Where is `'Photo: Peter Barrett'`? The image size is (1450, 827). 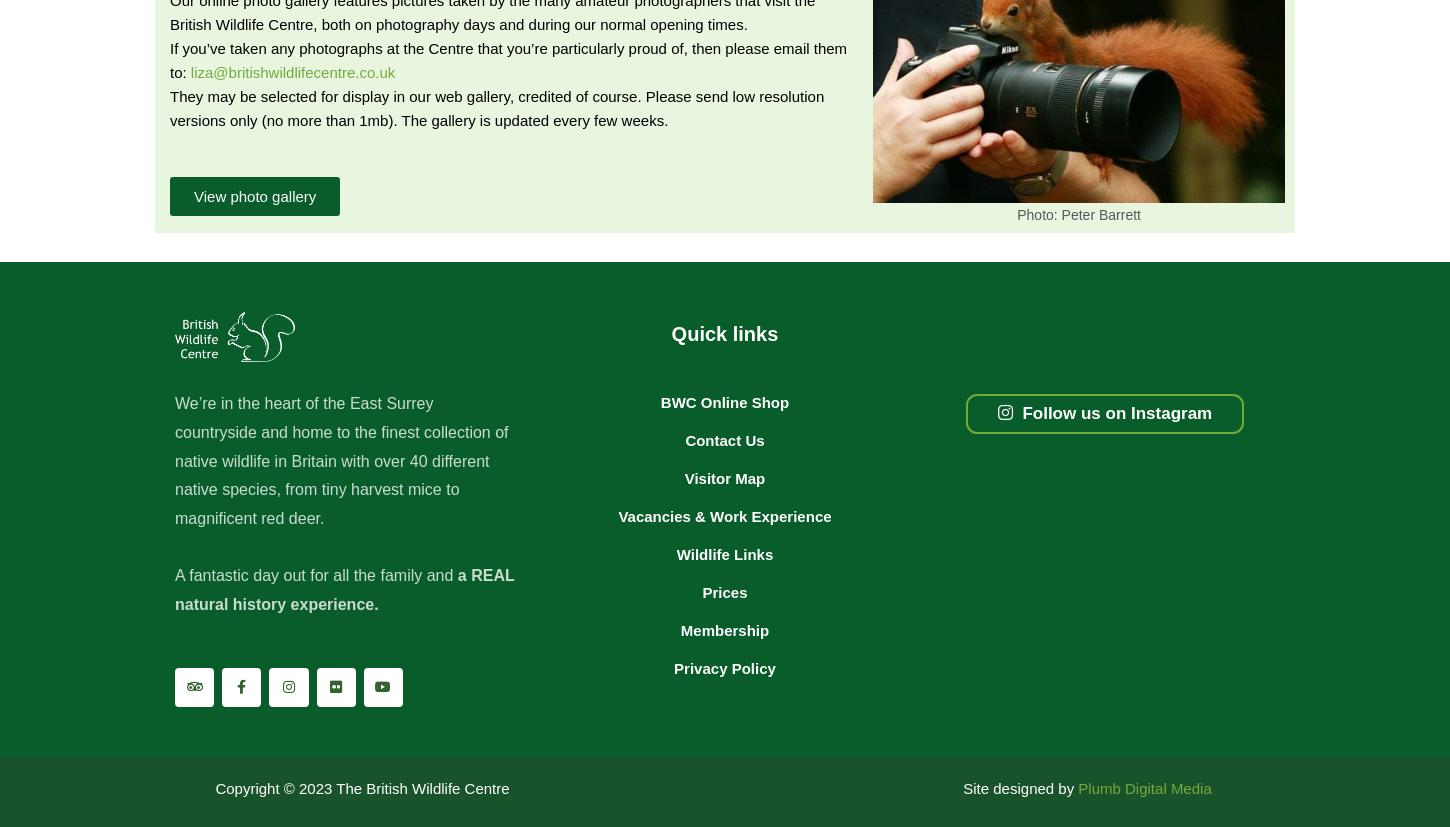
'Photo: Peter Barrett' is located at coordinates (1078, 214).